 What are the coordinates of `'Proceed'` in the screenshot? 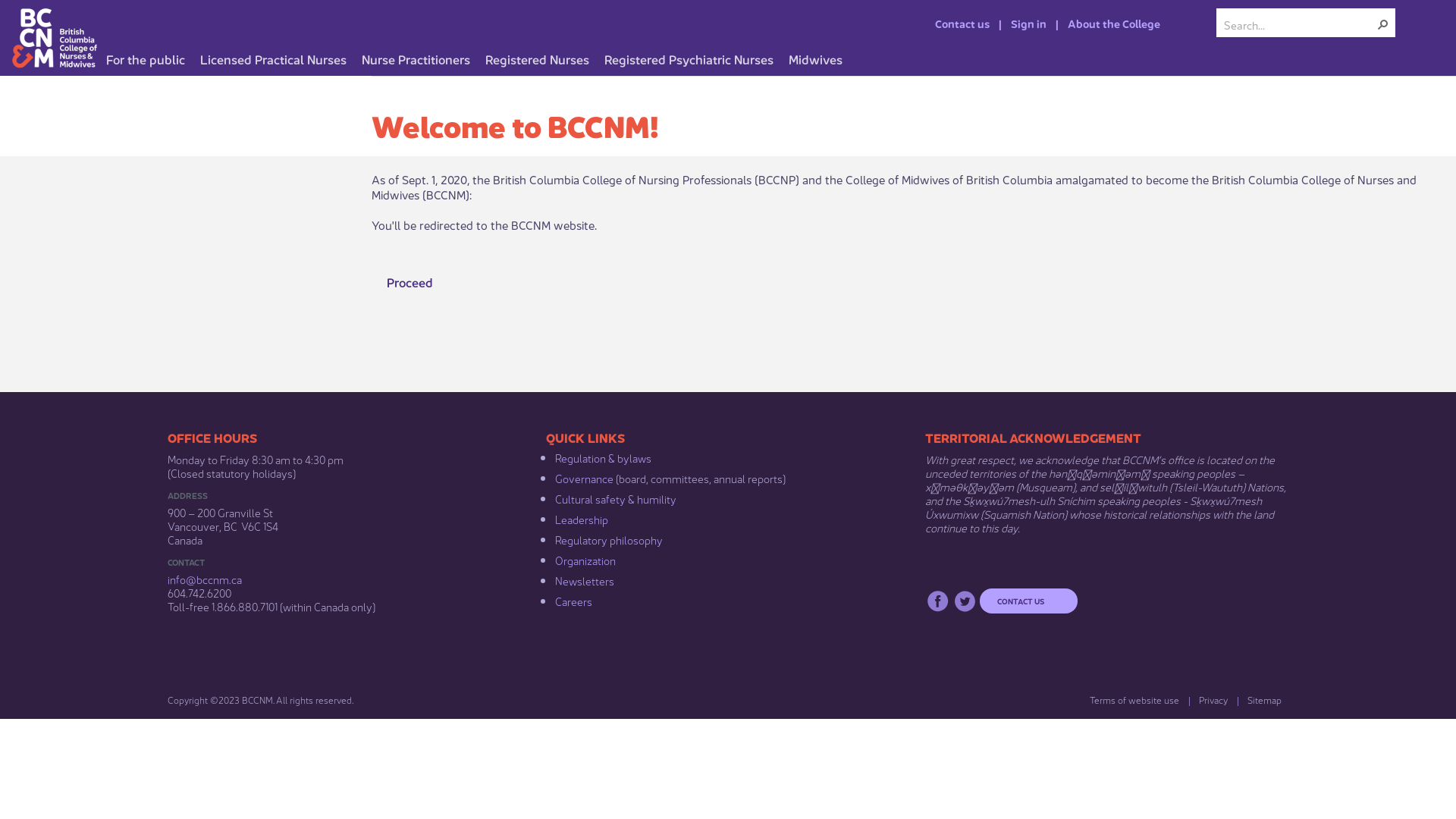 It's located at (411, 281).